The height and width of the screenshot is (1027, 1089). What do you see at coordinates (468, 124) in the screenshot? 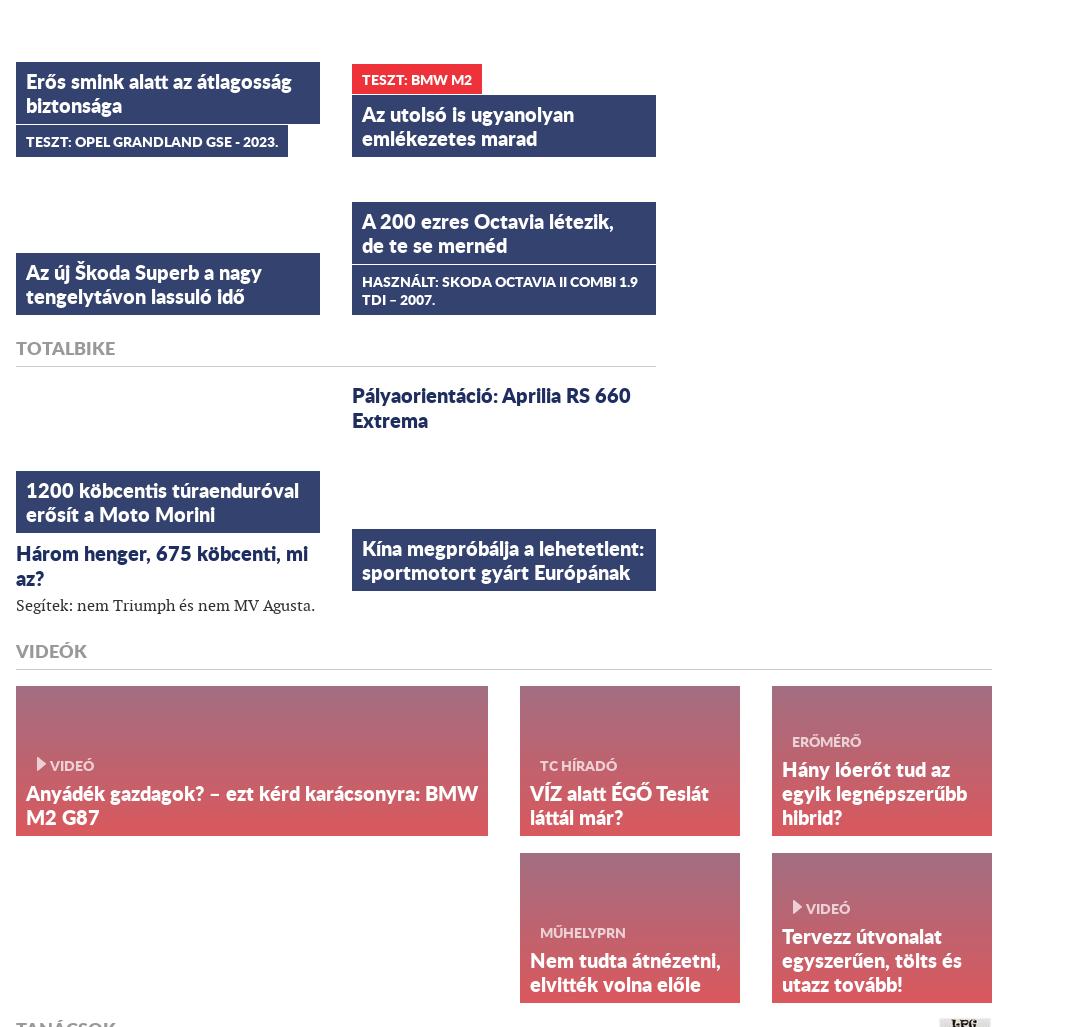
I see `'Az utolsó is ugyanolyan emlékezetes marad'` at bounding box center [468, 124].